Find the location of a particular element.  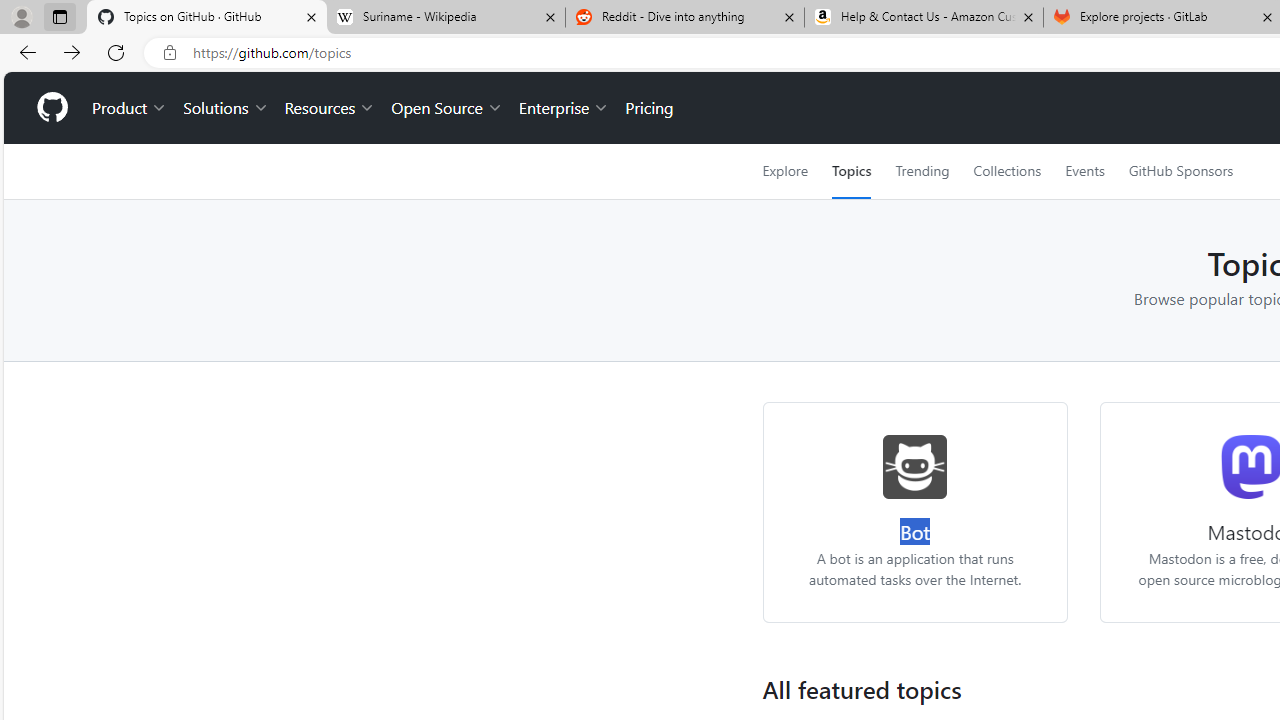

'Product' is located at coordinates (129, 108).